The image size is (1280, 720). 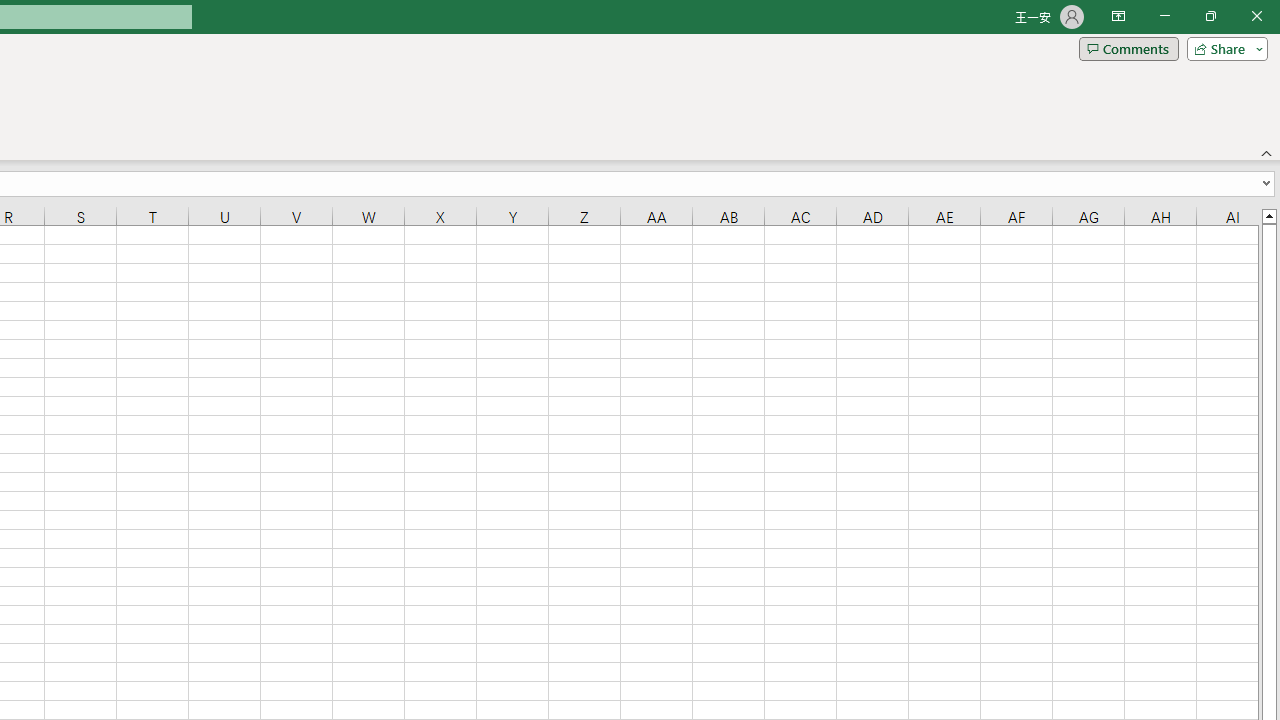 I want to click on 'Ribbon Display Options', so click(x=1117, y=16).